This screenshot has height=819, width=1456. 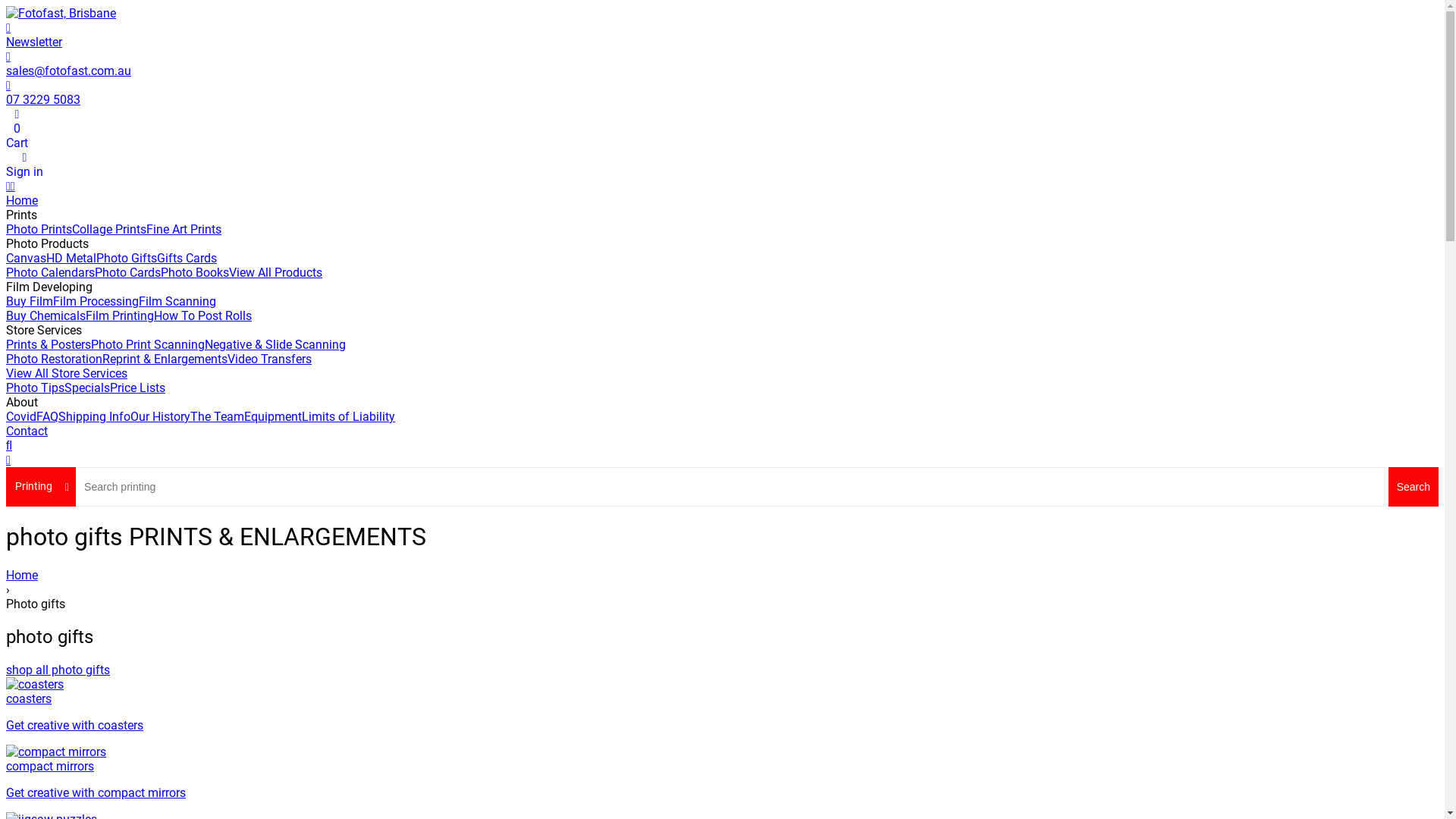 What do you see at coordinates (202, 315) in the screenshot?
I see `'How To Post Rolls'` at bounding box center [202, 315].